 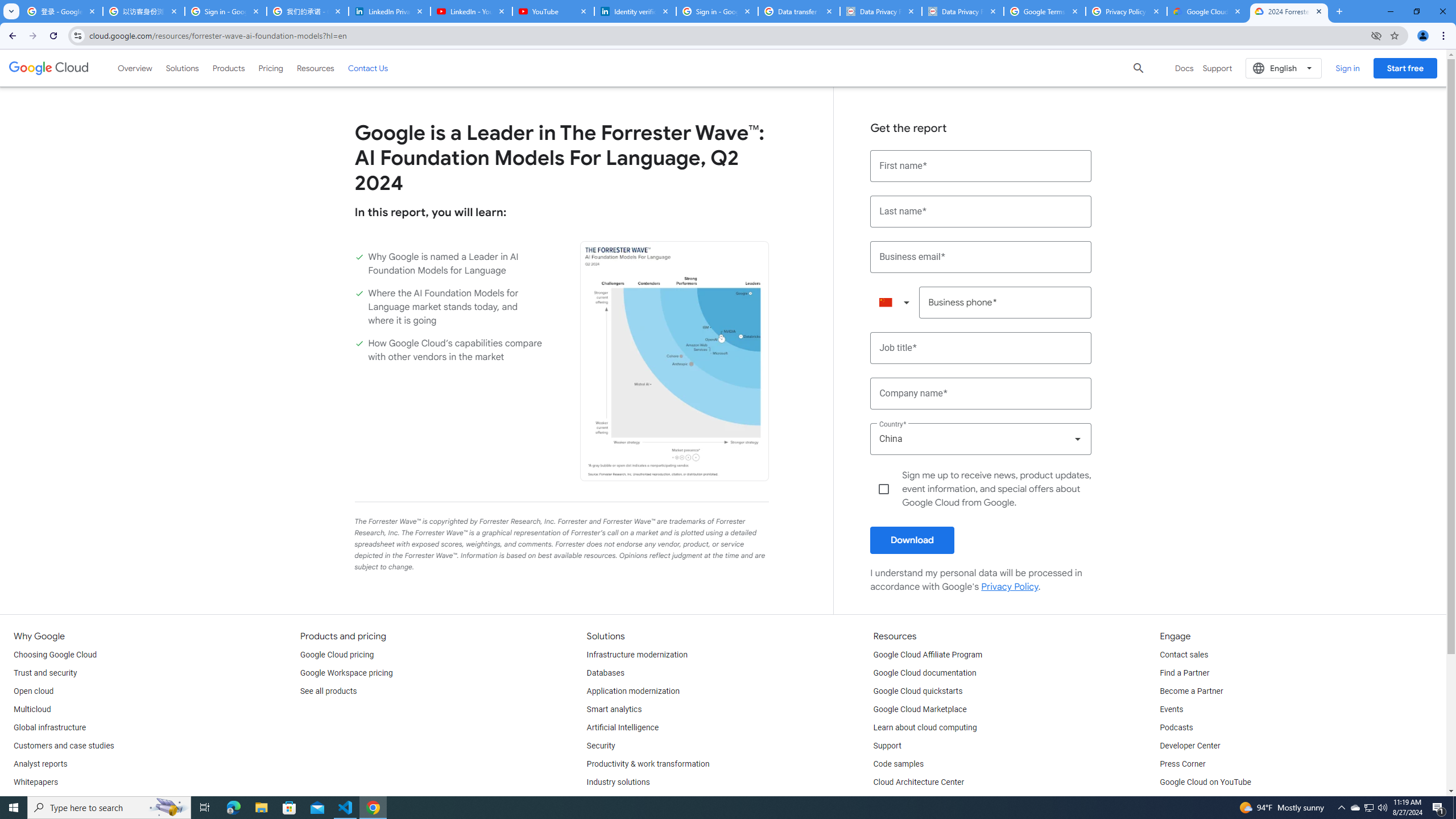 I want to click on 'Developer Center', so click(x=1189, y=745).